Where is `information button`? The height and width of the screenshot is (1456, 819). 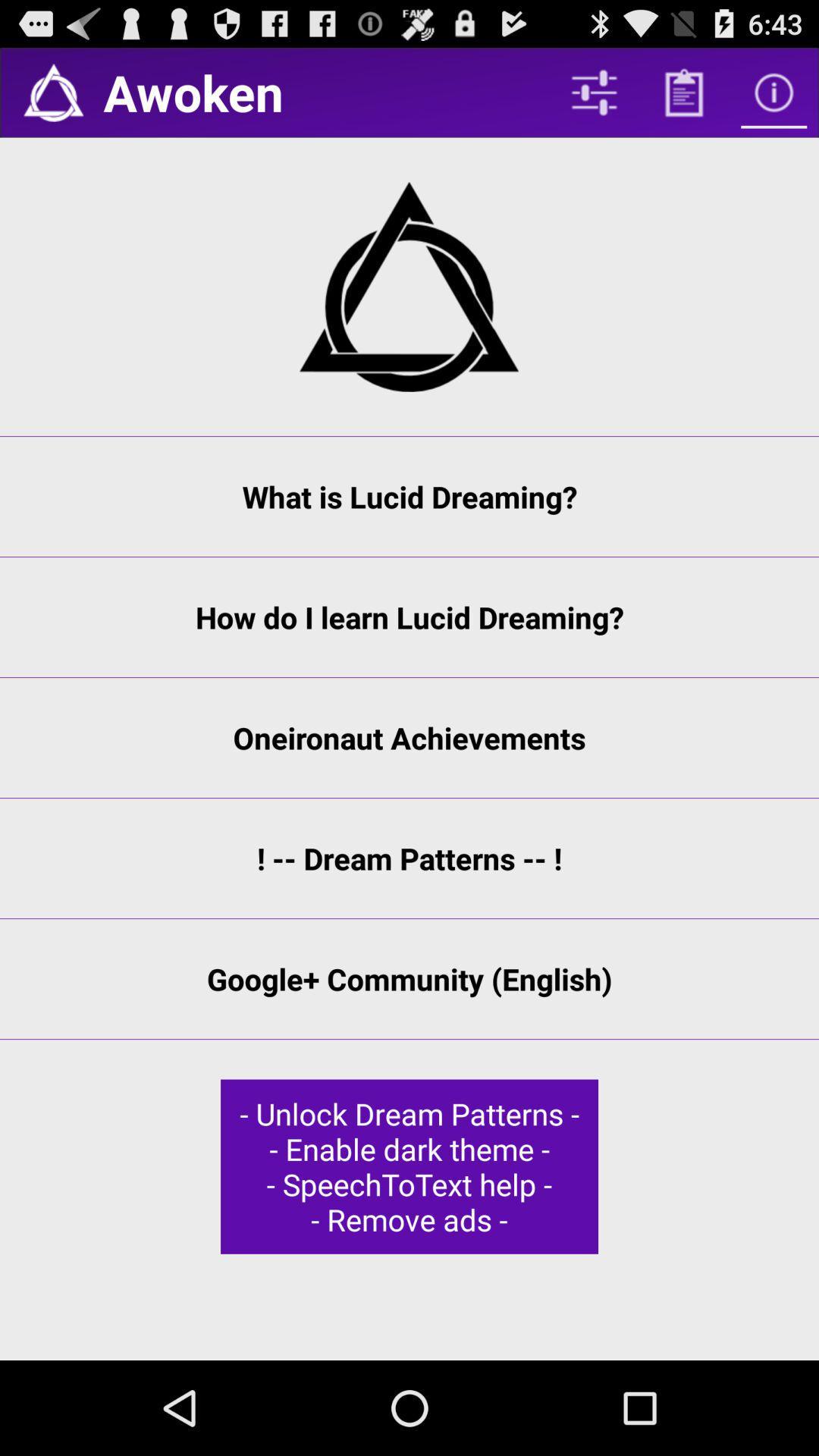 information button is located at coordinates (773, 92).